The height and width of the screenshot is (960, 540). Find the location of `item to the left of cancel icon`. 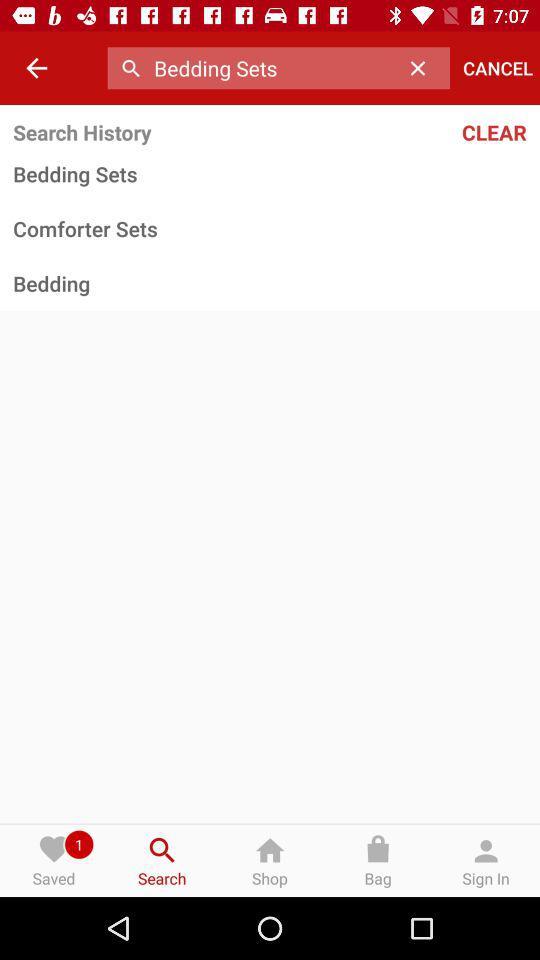

item to the left of cancel icon is located at coordinates (422, 68).